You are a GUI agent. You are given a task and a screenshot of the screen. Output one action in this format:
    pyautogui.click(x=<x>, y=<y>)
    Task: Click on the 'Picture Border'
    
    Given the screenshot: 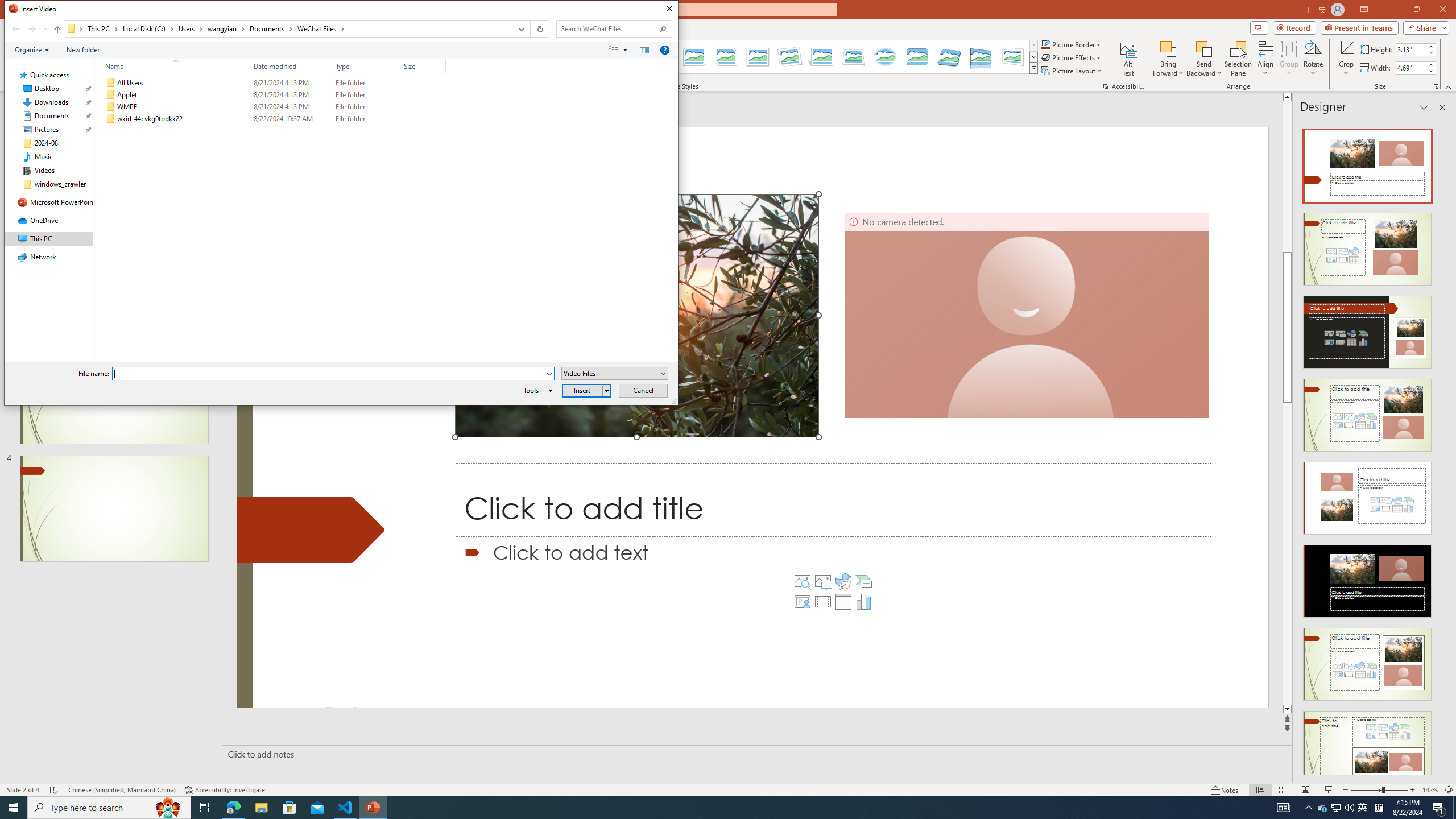 What is the action you would take?
    pyautogui.click(x=1071, y=44)
    